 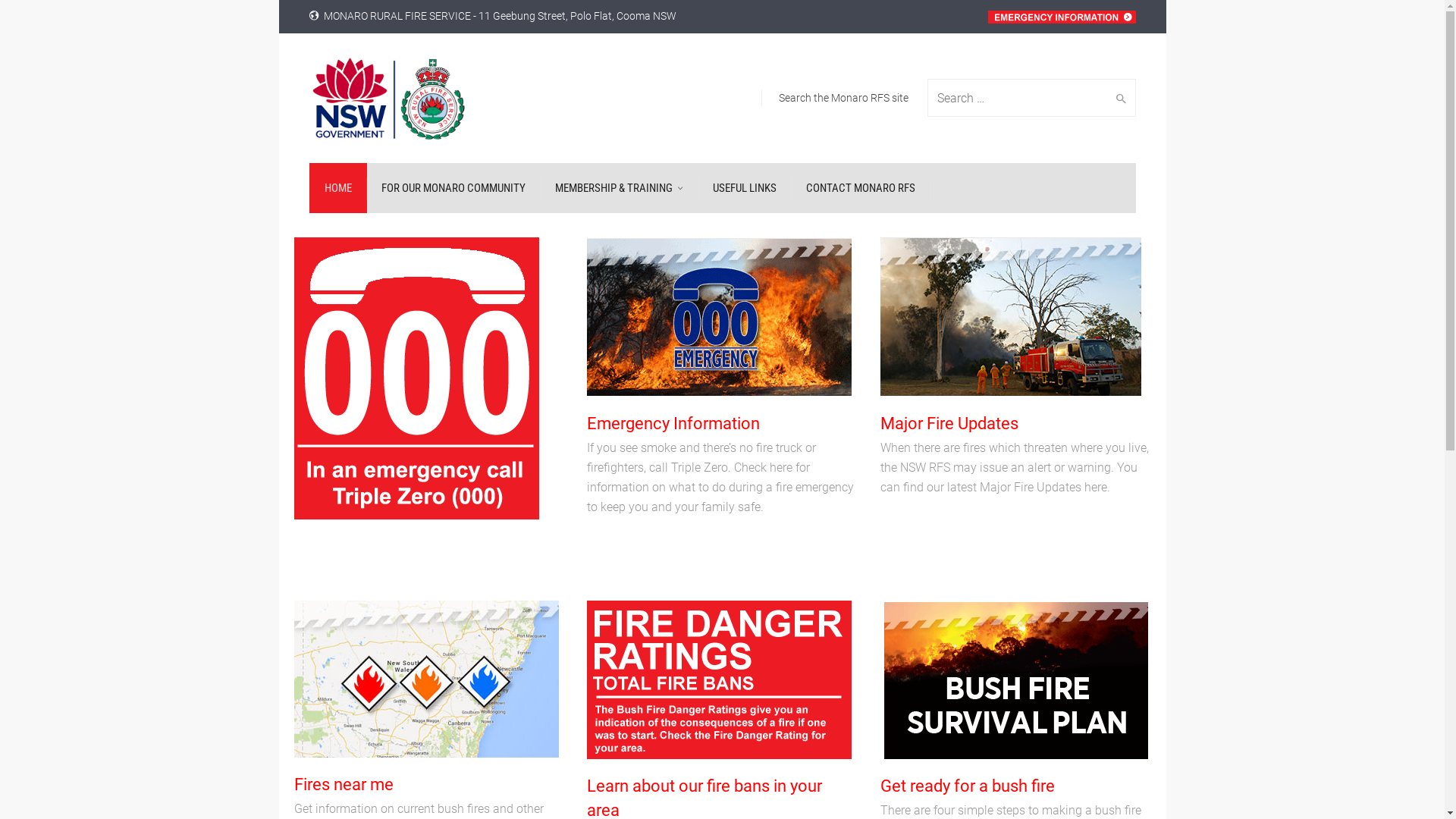 What do you see at coordinates (337, 187) in the screenshot?
I see `'HOME'` at bounding box center [337, 187].